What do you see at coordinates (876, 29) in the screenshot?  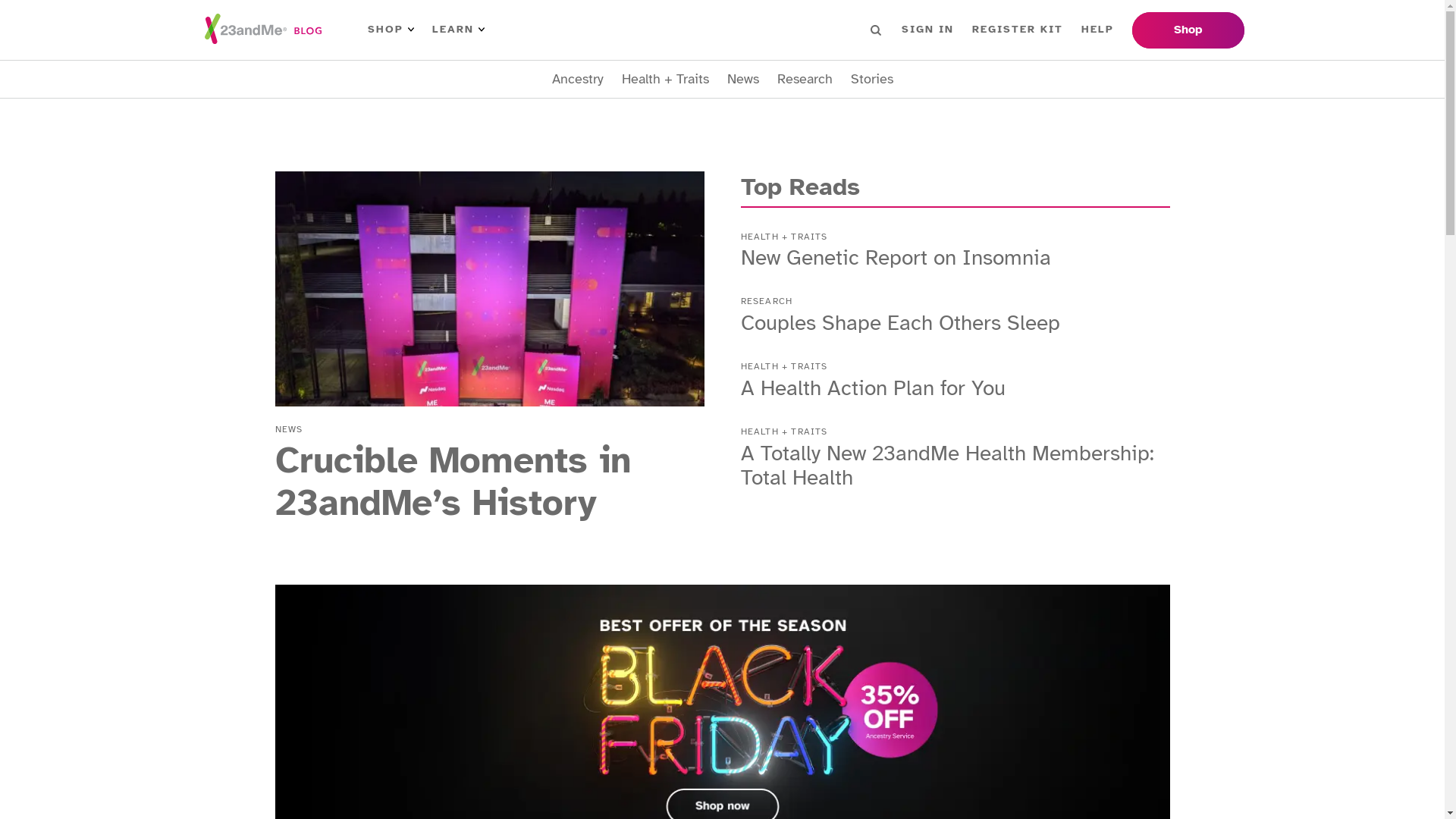 I see `'Search'` at bounding box center [876, 29].